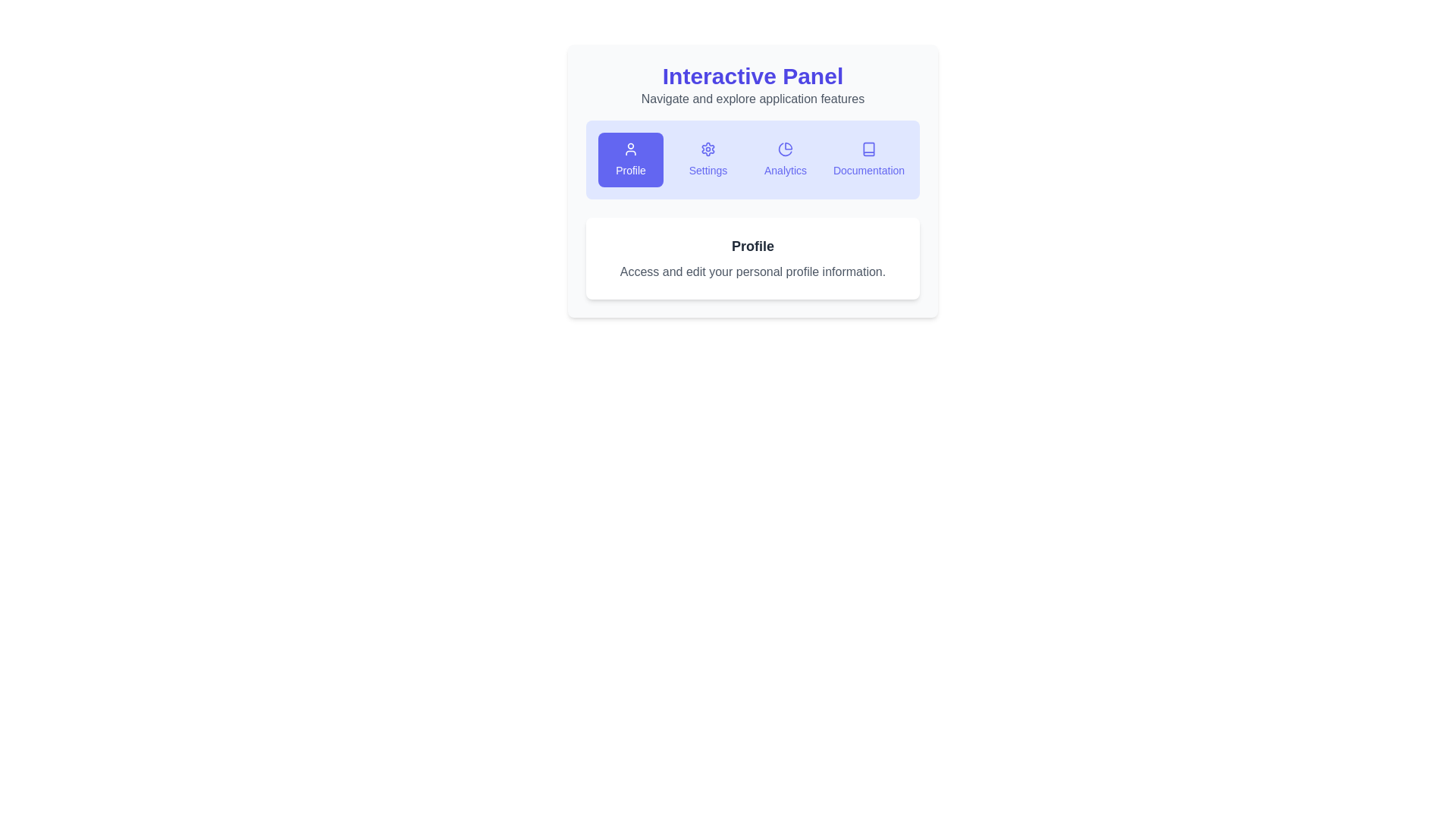 This screenshot has width=1456, height=819. I want to click on text label that says 'Navigate and explore application features', located below the title 'Interactive Panel' in the top-center region of the interface, so click(753, 99).